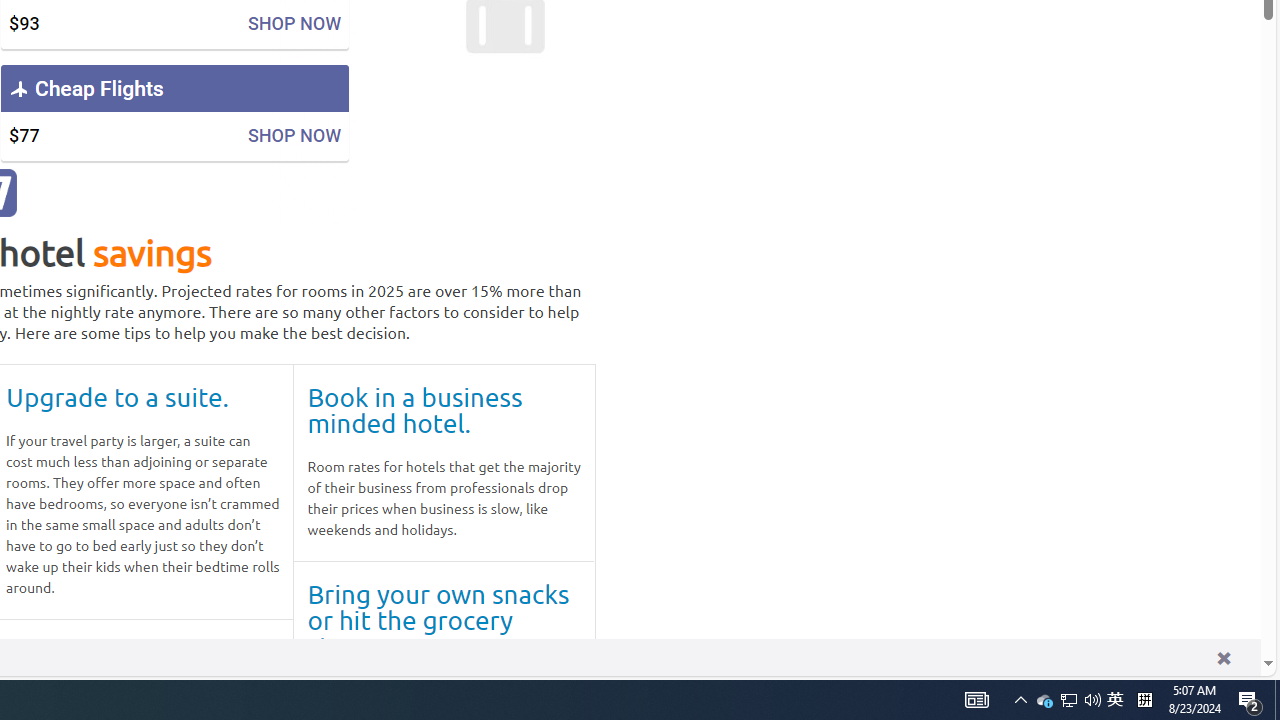 This screenshot has height=720, width=1280. What do you see at coordinates (1222, 657) in the screenshot?
I see `'dismiss cookie message'` at bounding box center [1222, 657].